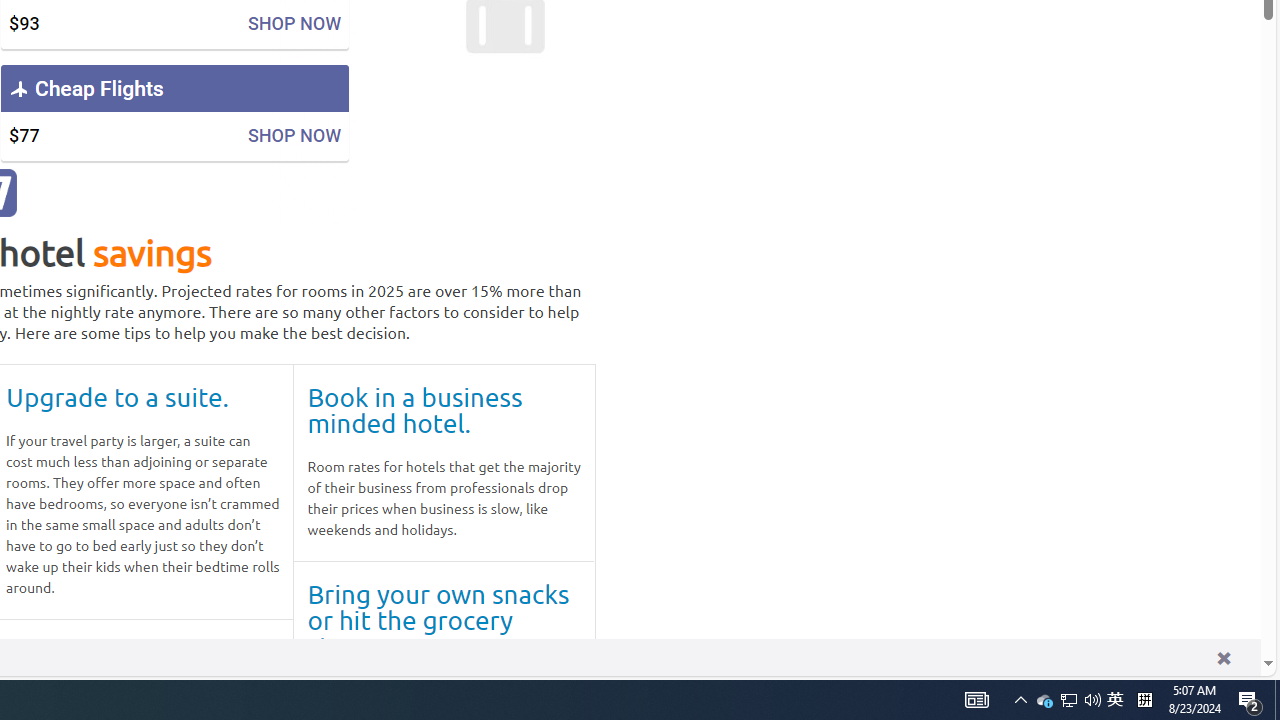 This screenshot has height=720, width=1280. What do you see at coordinates (1222, 657) in the screenshot?
I see `'dismiss cookie message'` at bounding box center [1222, 657].